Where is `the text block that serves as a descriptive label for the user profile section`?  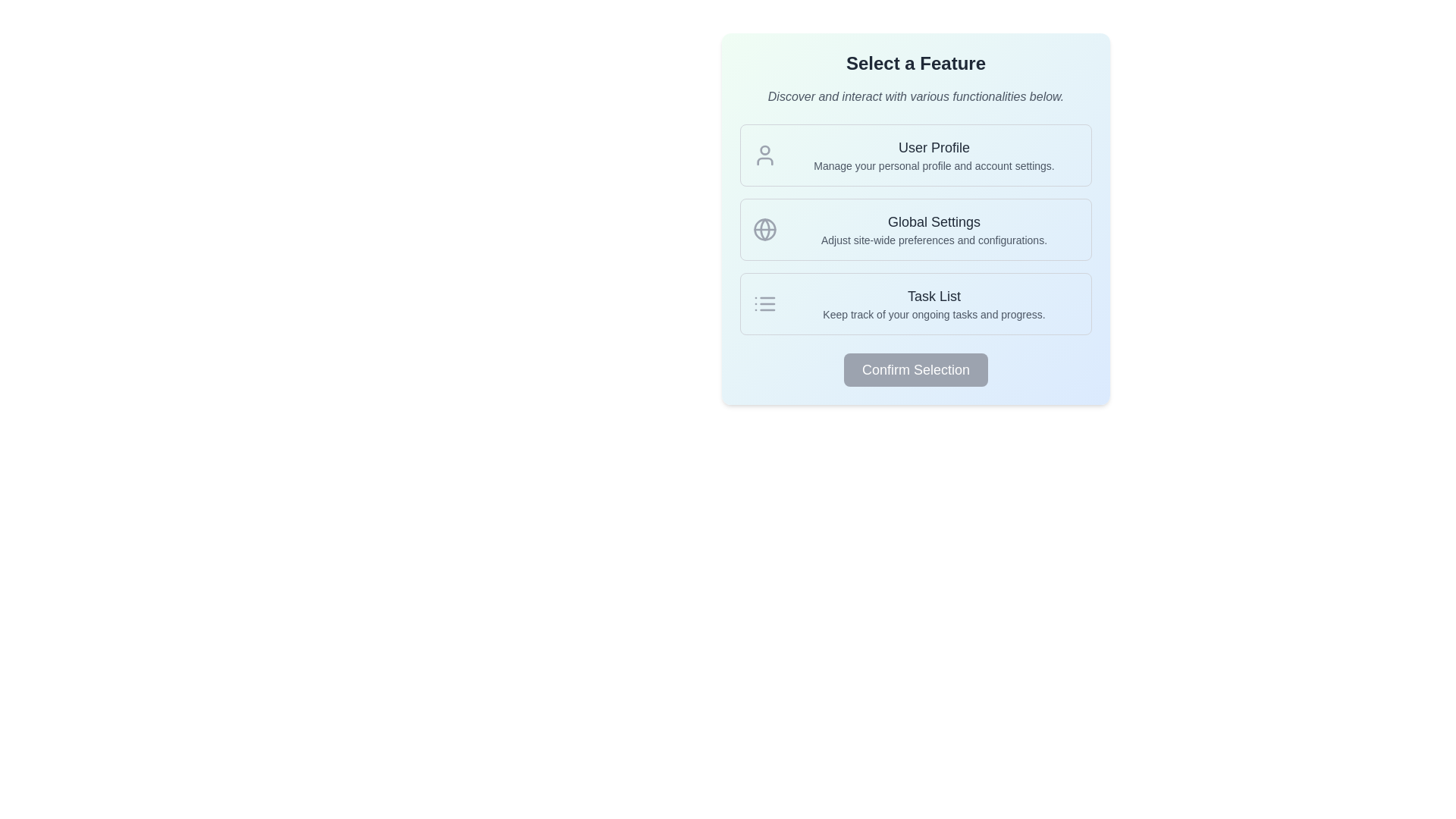 the text block that serves as a descriptive label for the user profile section is located at coordinates (934, 155).